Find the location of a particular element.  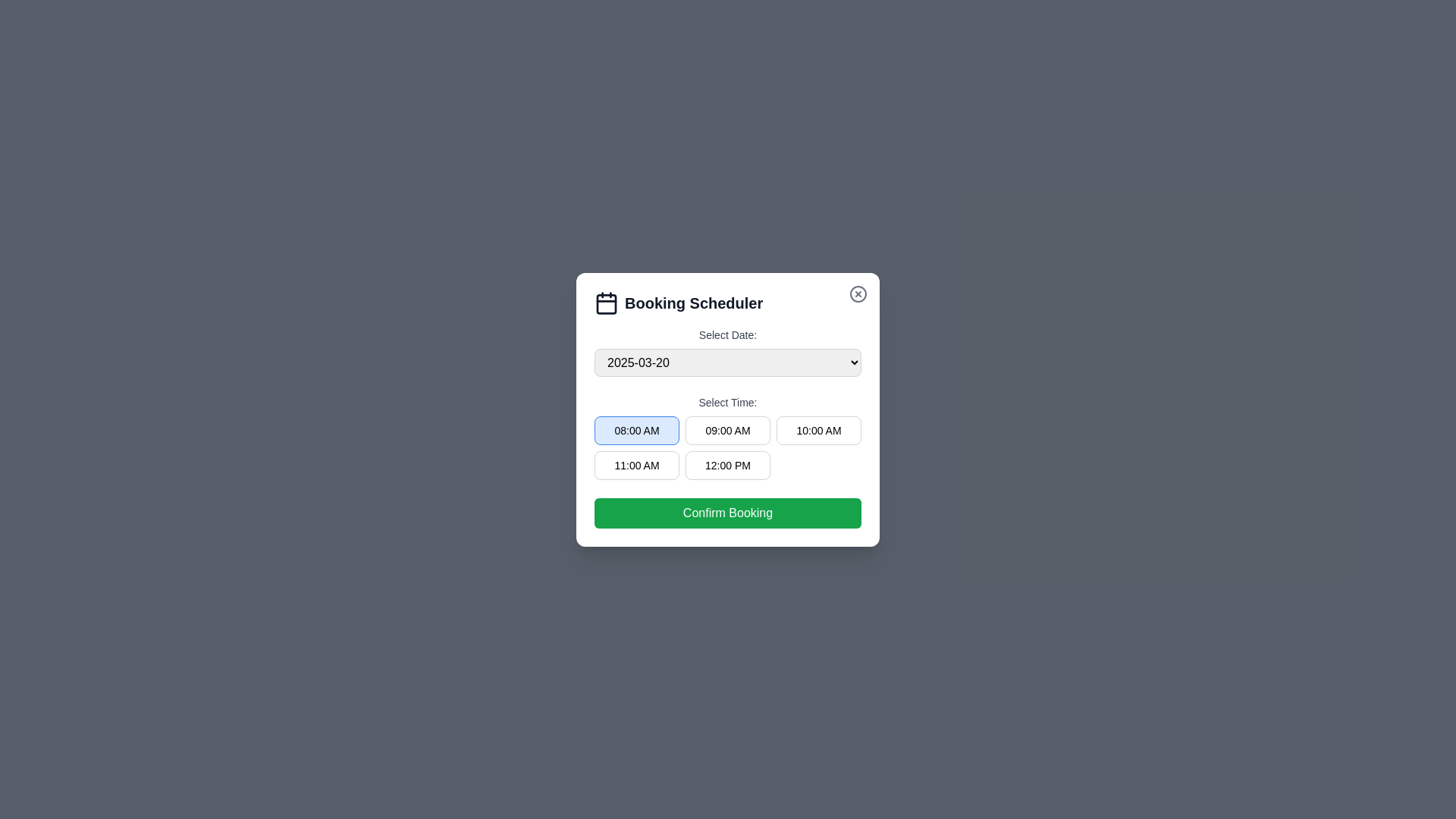

the '10:00 AM' button is located at coordinates (818, 430).